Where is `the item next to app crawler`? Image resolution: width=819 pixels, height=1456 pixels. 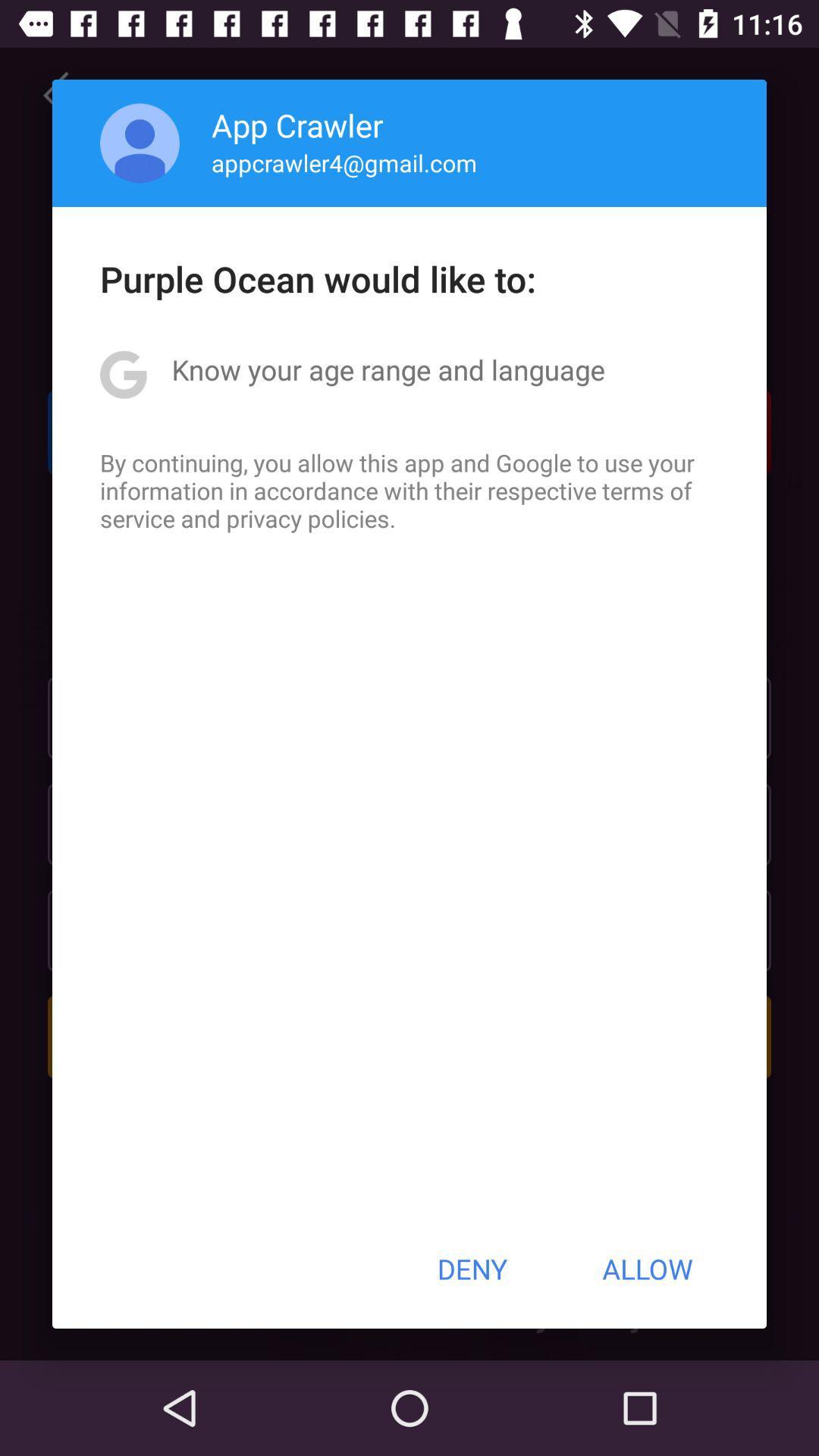
the item next to app crawler is located at coordinates (140, 143).